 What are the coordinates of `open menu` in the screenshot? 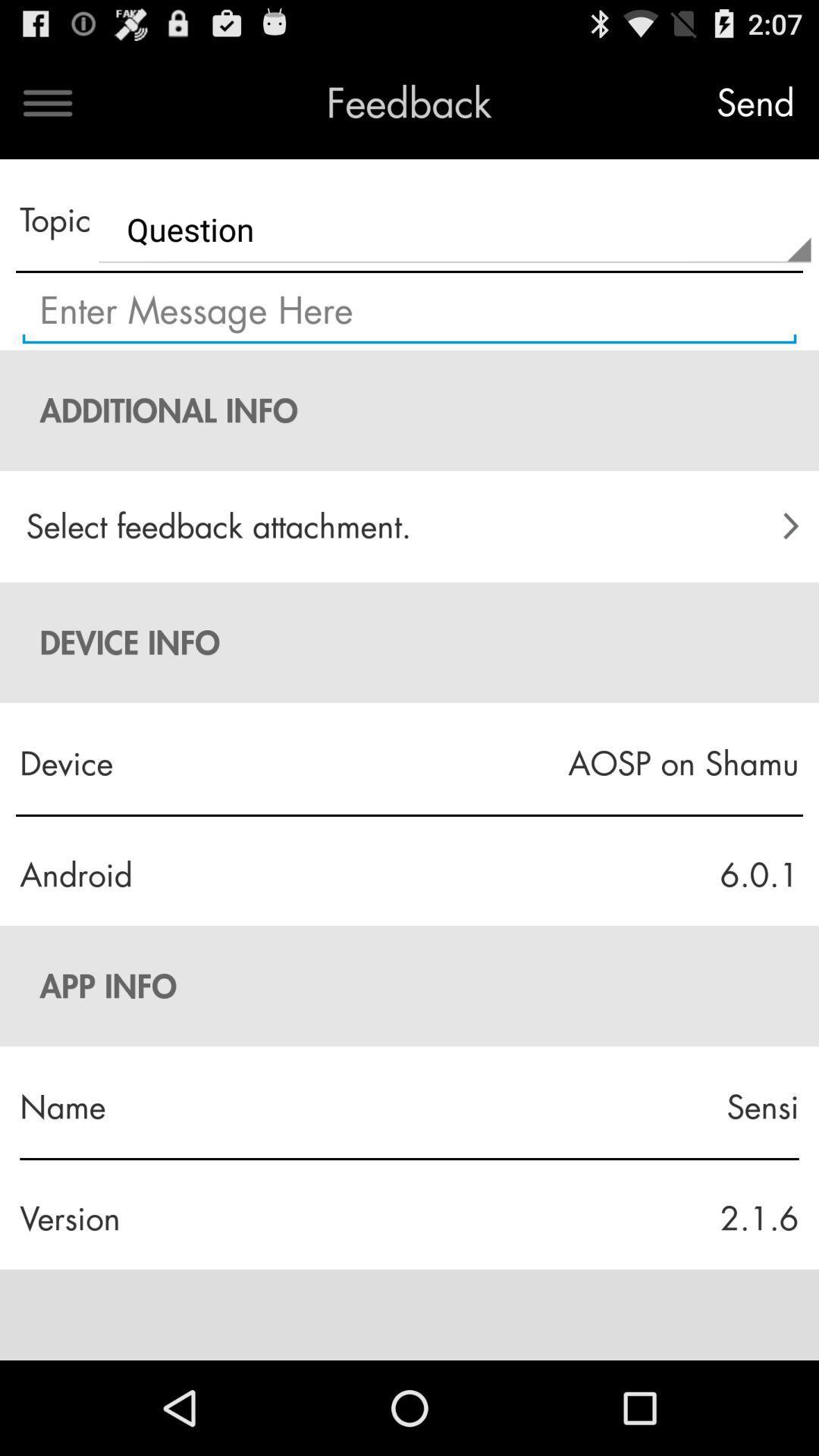 It's located at (46, 102).